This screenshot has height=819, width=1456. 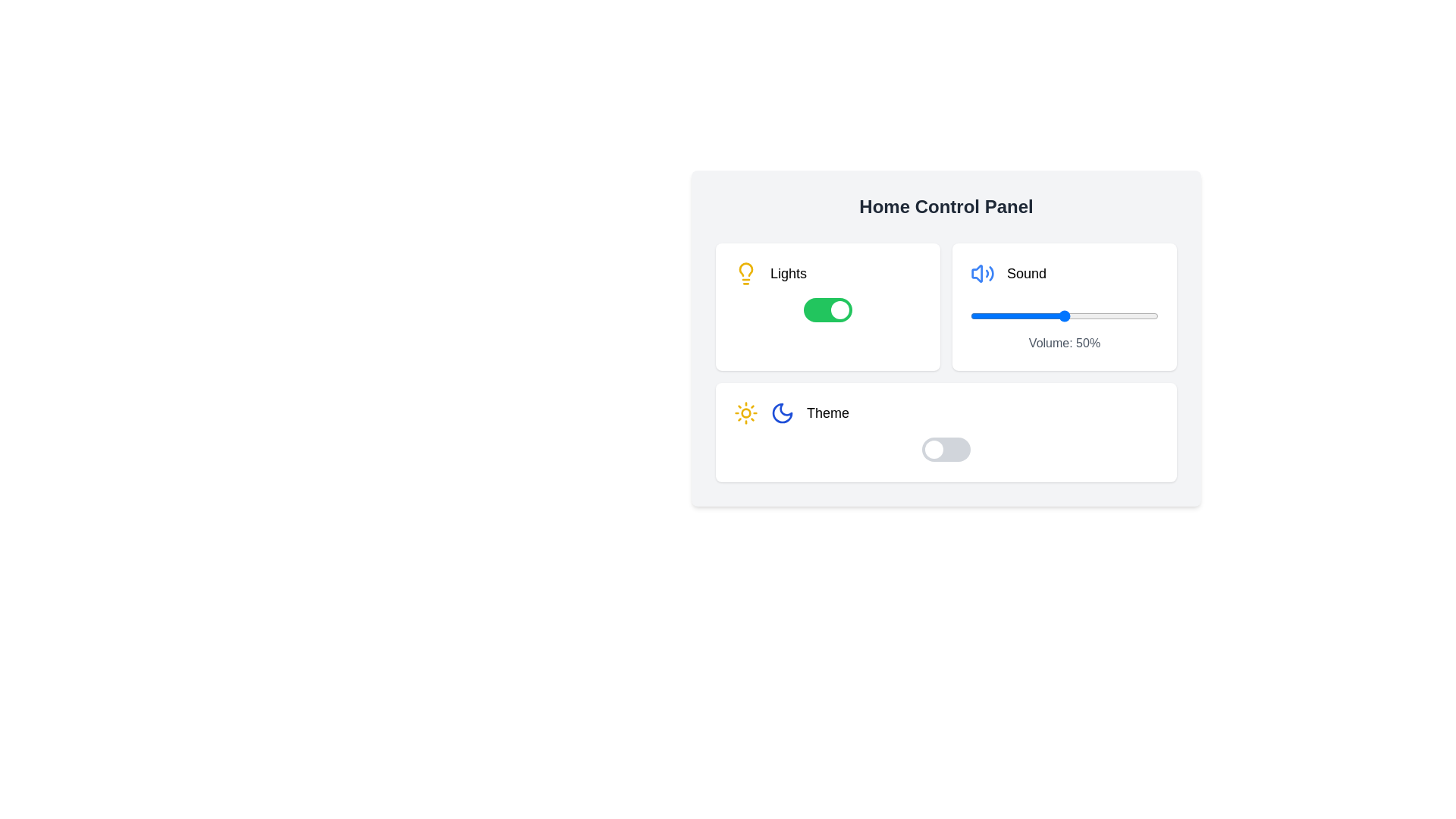 What do you see at coordinates (1063, 343) in the screenshot?
I see `the static text label displaying 'Volume: 50%' located at the bottom of the 'Sound' section in the right column of the main panel` at bounding box center [1063, 343].